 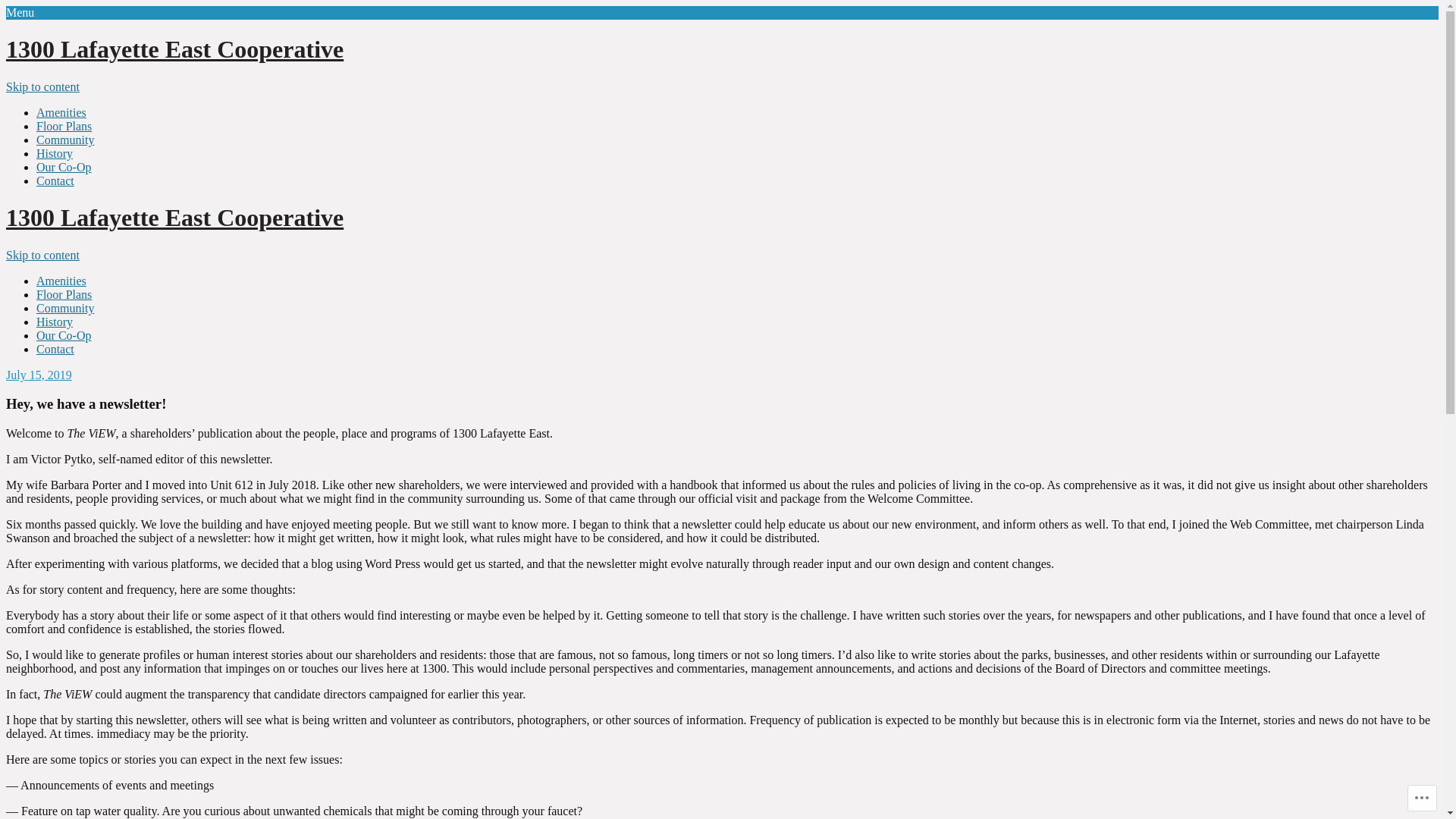 What do you see at coordinates (39, 375) in the screenshot?
I see `'July 15, 2019'` at bounding box center [39, 375].